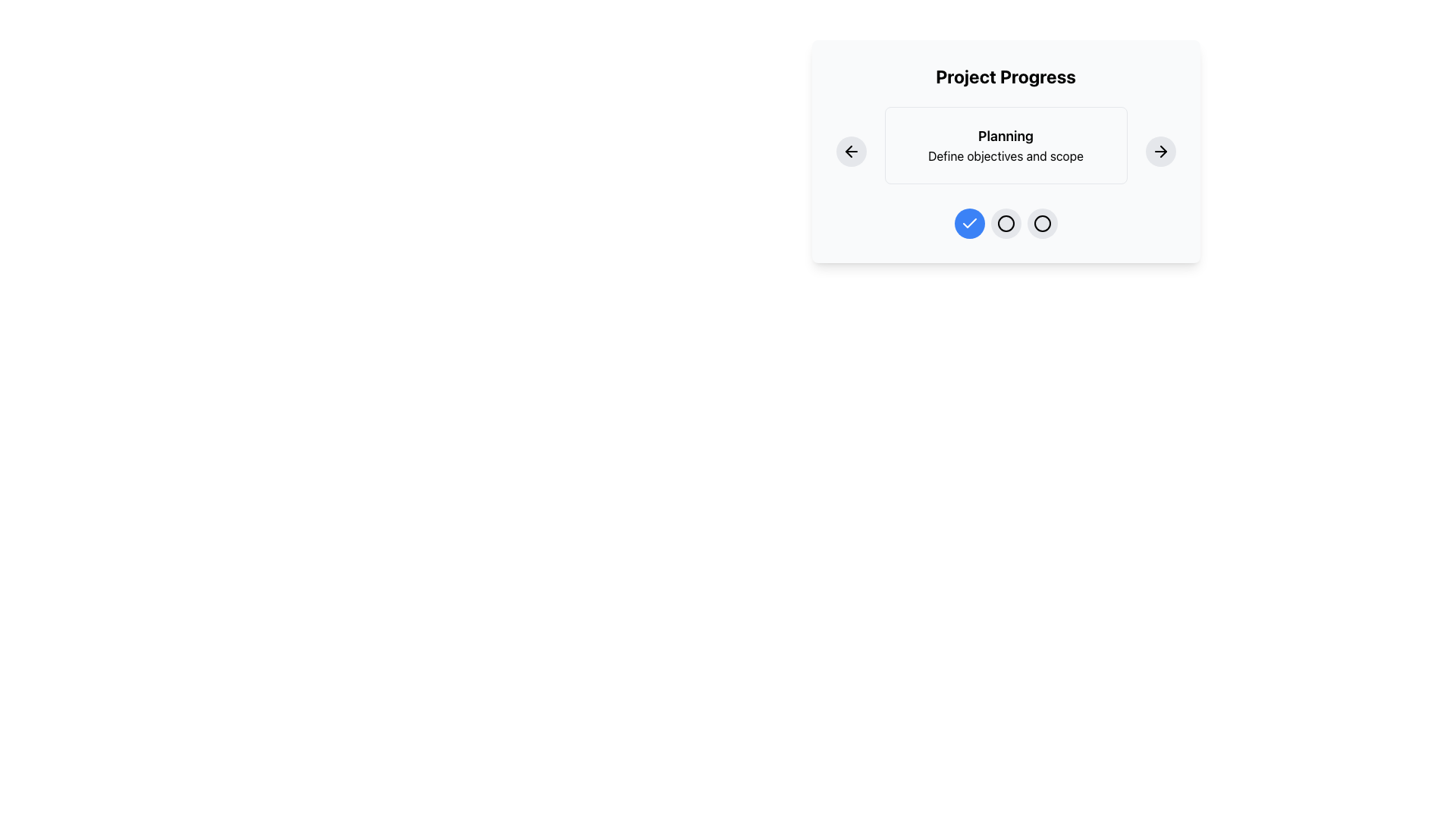 The image size is (1456, 819). I want to click on the Informational display panel that displays 'Planning' and 'Define objectives and scope', located between two circular buttons, so click(1006, 152).